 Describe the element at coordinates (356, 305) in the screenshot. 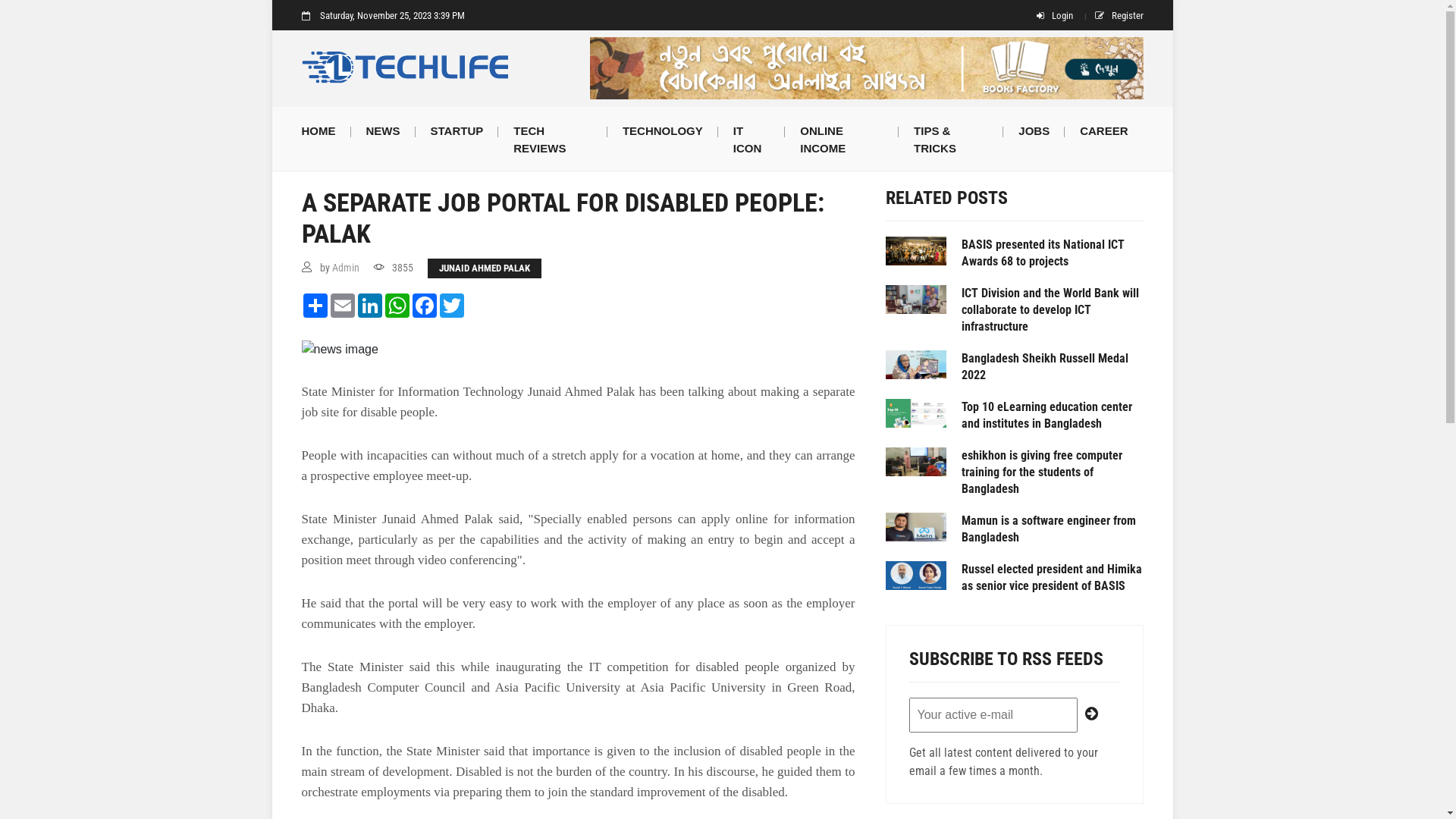

I see `'LinkedIn'` at that location.